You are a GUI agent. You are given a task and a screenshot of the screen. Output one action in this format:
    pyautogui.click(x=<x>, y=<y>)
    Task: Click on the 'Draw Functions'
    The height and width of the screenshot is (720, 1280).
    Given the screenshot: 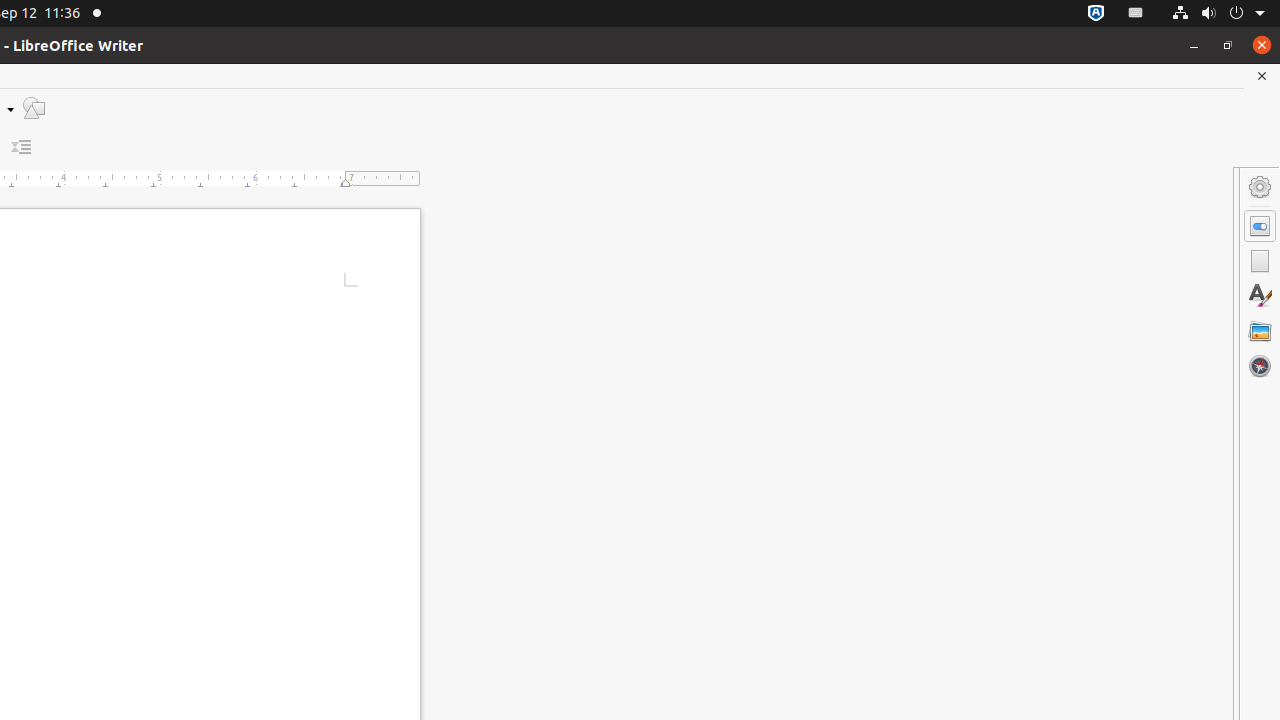 What is the action you would take?
    pyautogui.click(x=33, y=108)
    